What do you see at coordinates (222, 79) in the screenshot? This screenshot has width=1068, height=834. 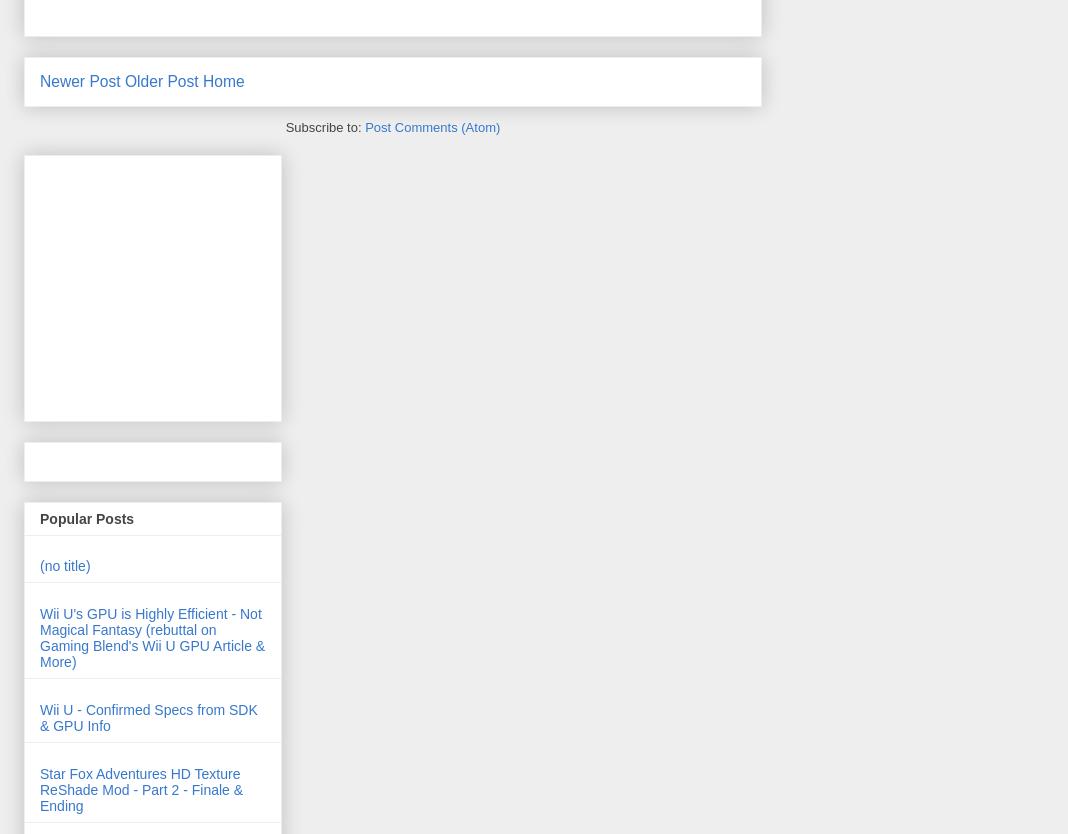 I see `'Home'` at bounding box center [222, 79].